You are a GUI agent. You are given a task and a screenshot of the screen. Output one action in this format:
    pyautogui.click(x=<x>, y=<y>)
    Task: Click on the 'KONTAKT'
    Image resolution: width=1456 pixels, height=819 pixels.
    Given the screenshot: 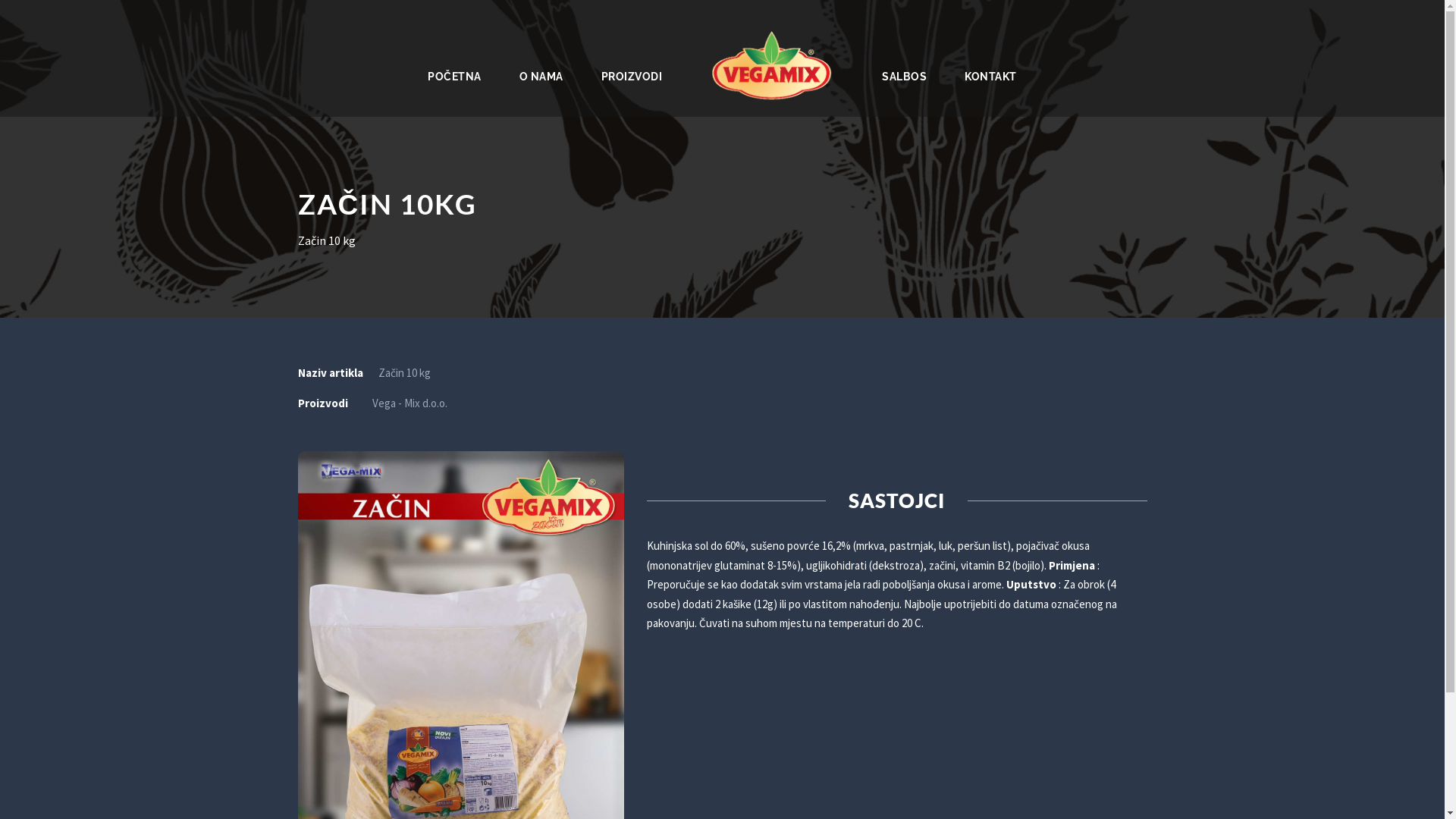 What is the action you would take?
    pyautogui.click(x=990, y=73)
    